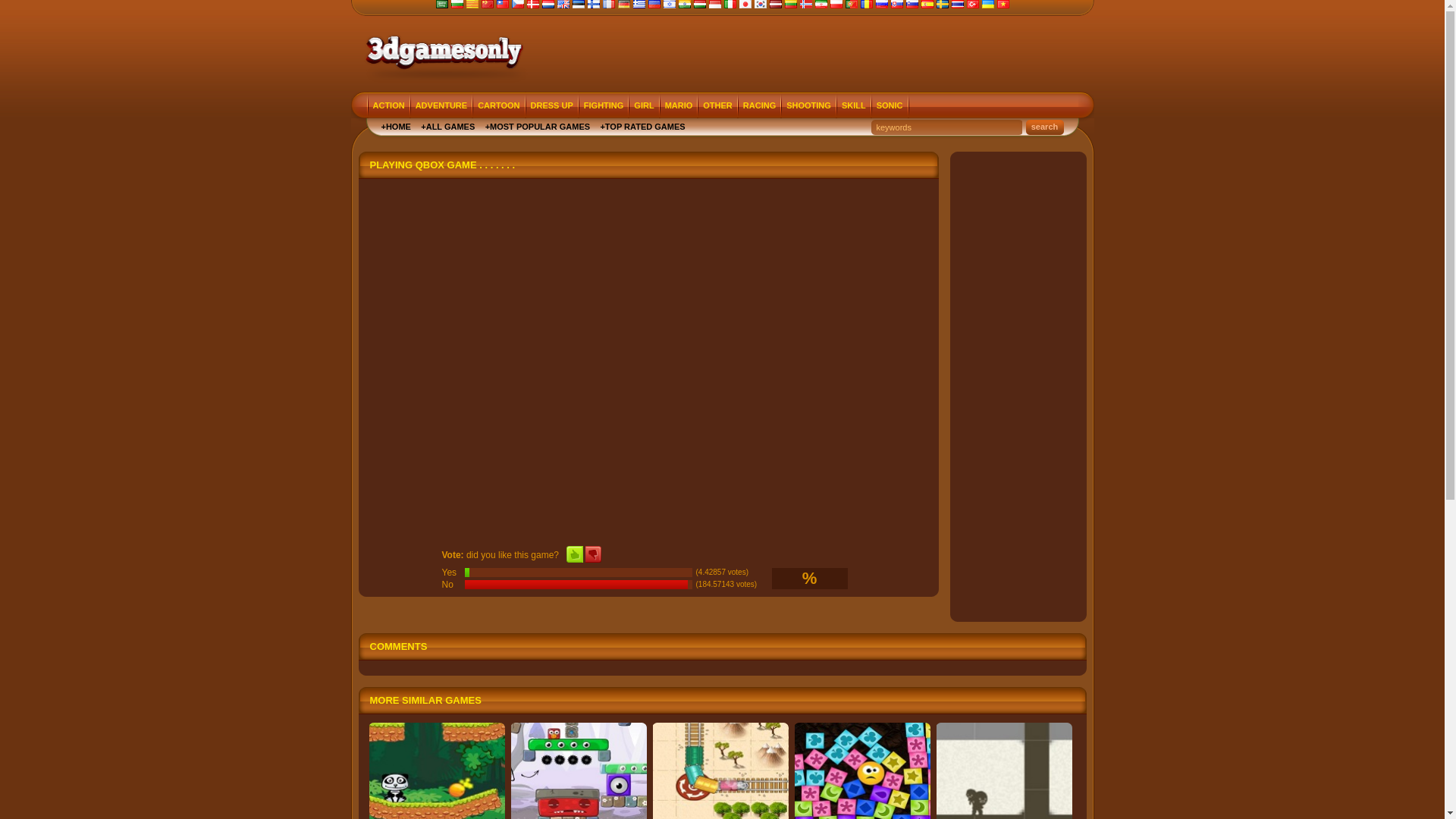  Describe the element at coordinates (472, 105) in the screenshot. I see `'CARTOON'` at that location.